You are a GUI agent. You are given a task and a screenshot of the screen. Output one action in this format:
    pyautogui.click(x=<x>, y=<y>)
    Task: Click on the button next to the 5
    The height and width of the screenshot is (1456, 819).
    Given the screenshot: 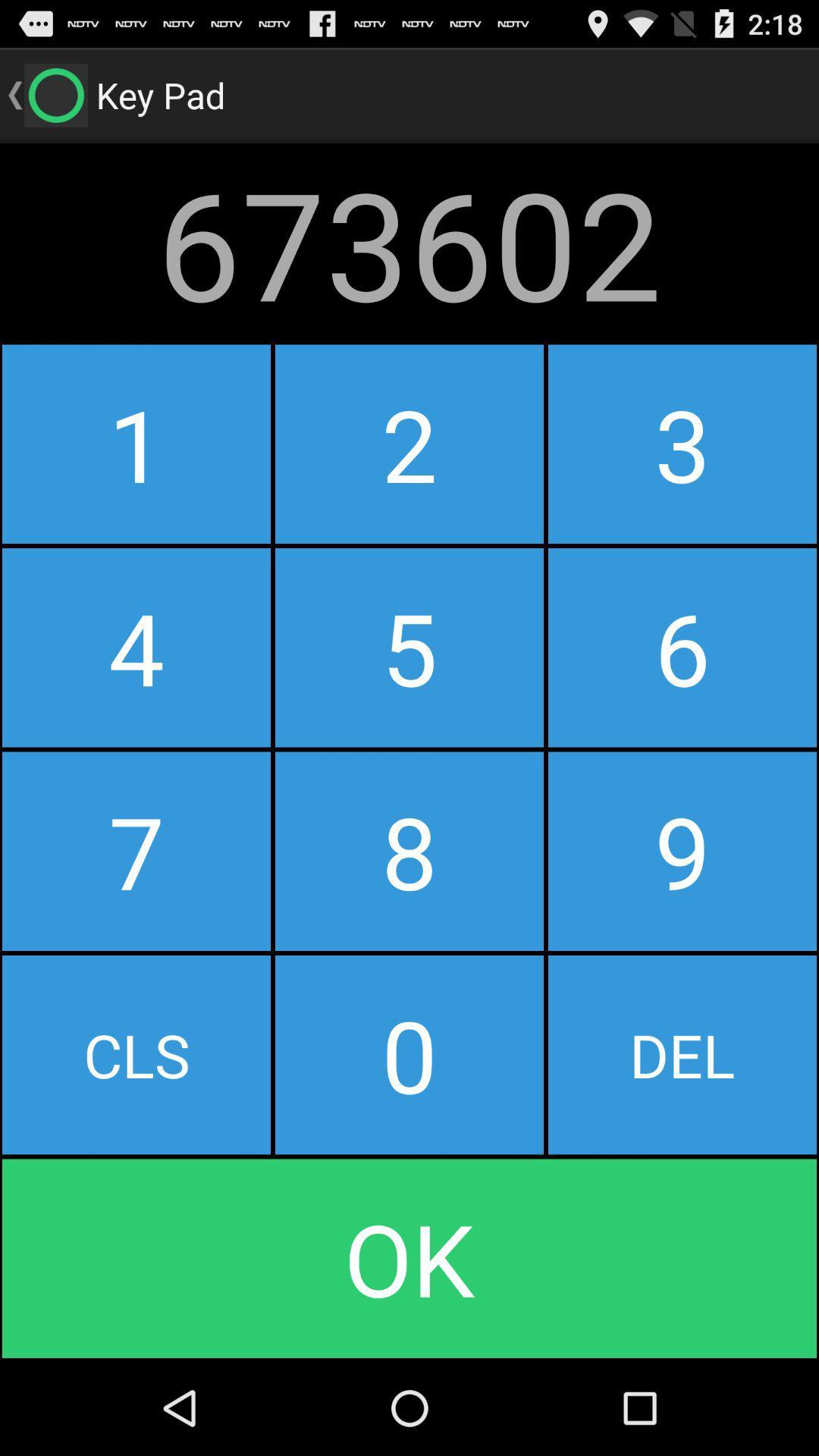 What is the action you would take?
    pyautogui.click(x=681, y=851)
    